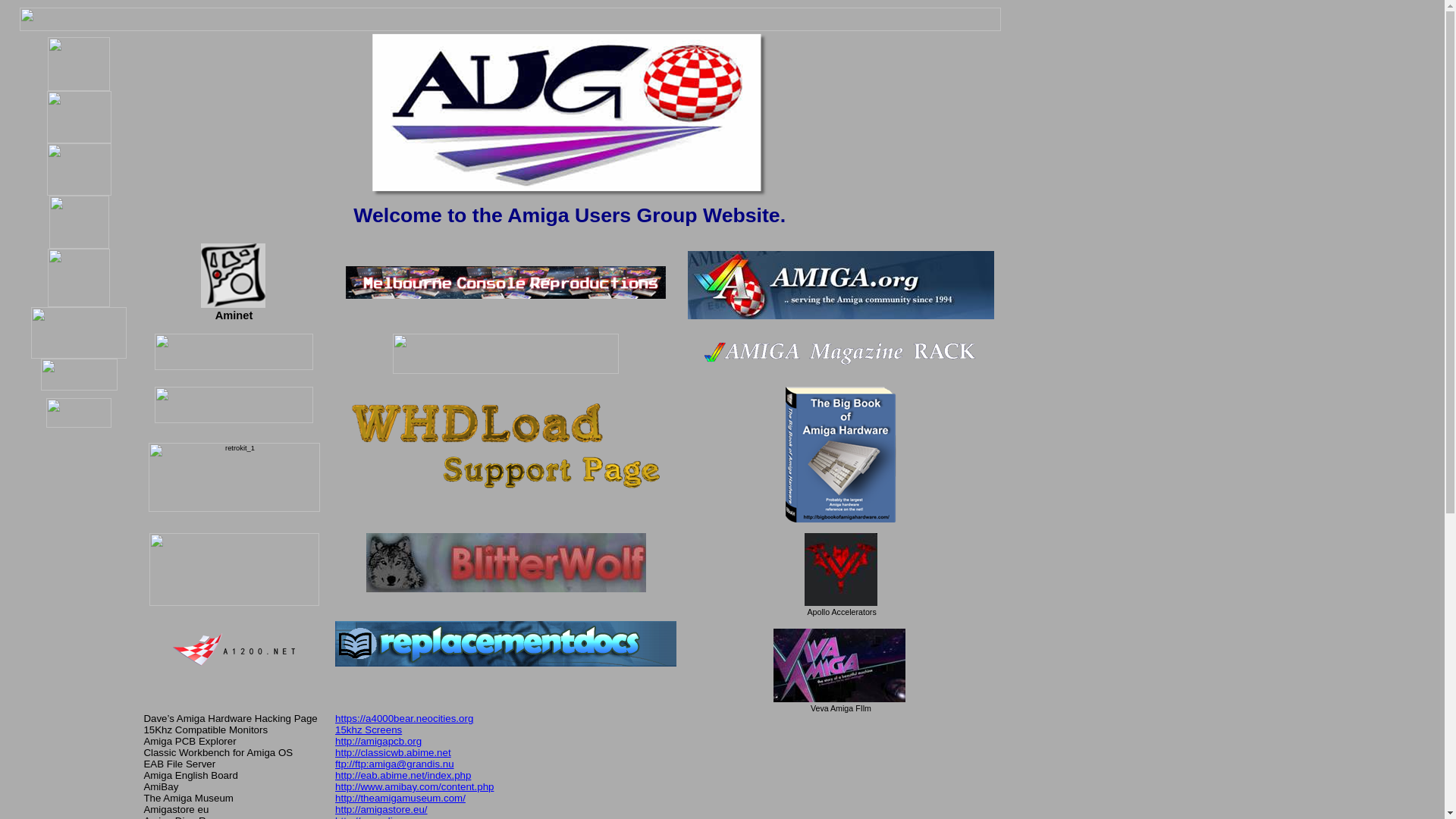 This screenshot has height=819, width=1456. I want to click on 'http://amigastore.eu/', so click(381, 808).